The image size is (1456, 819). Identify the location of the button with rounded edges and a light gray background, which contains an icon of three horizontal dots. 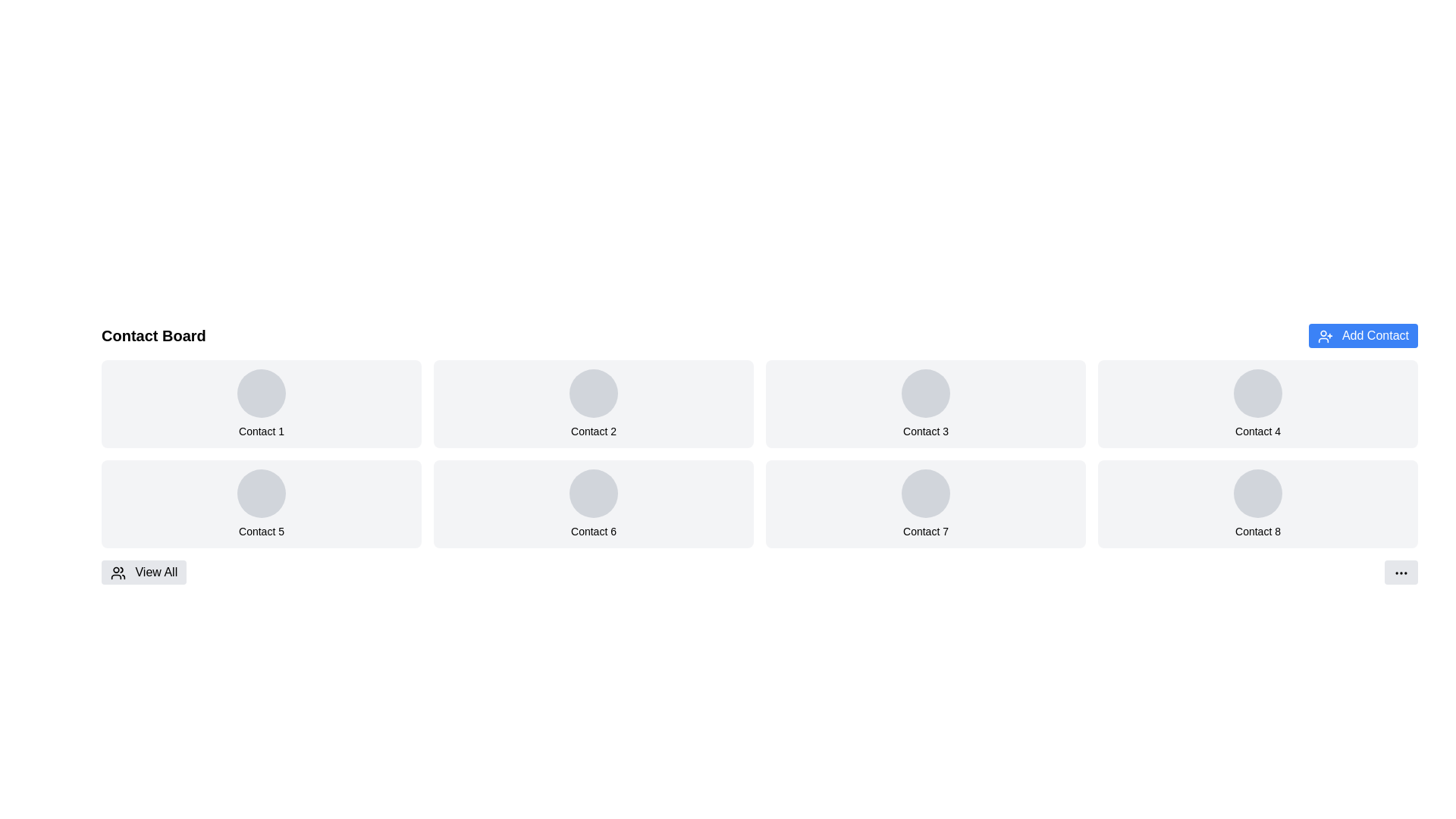
(1401, 573).